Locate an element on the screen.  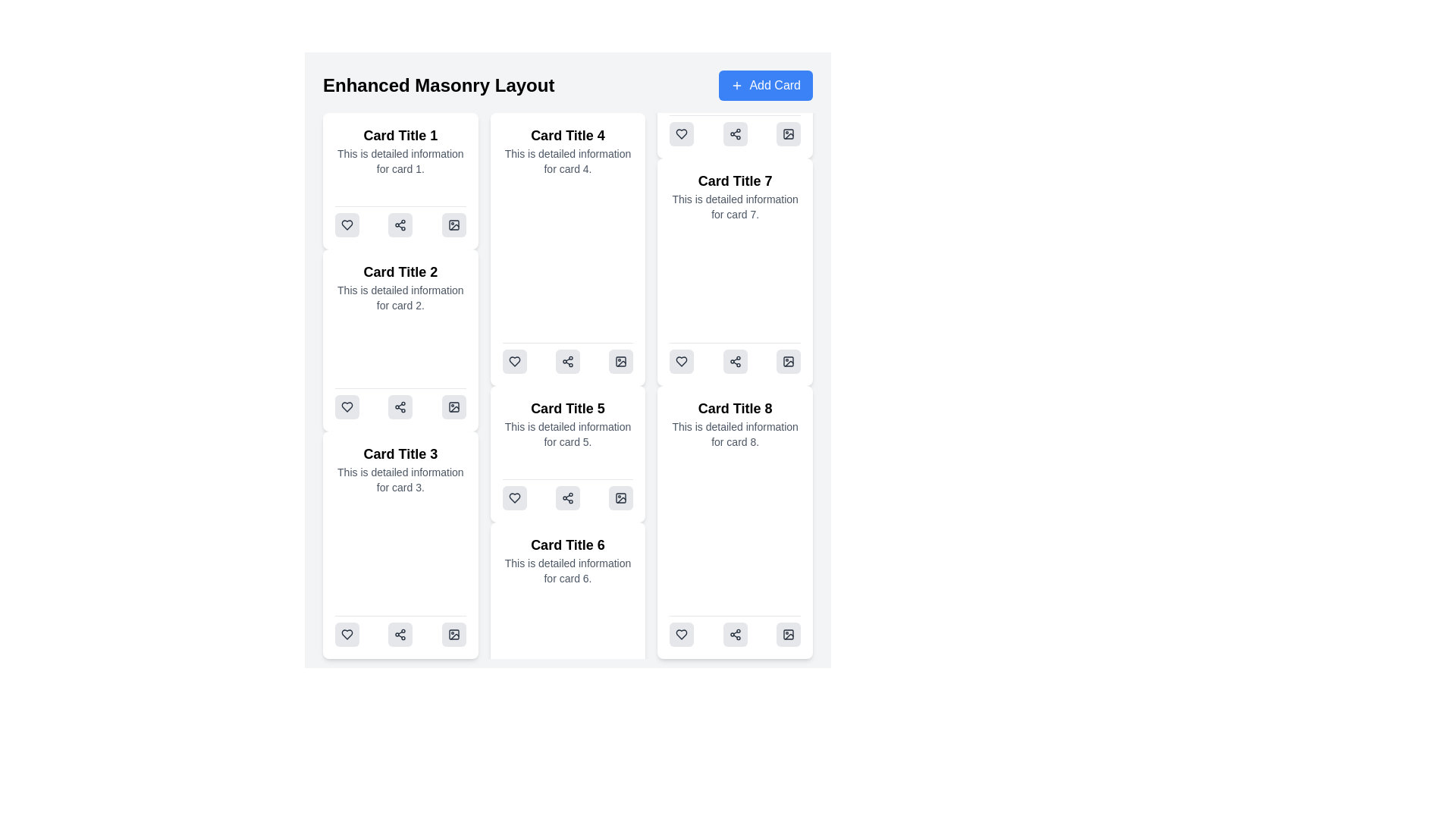
text 'Card Title 3' displayed in bold styling, which is the header of the third card in the first column of a multi-column layout is located at coordinates (400, 453).